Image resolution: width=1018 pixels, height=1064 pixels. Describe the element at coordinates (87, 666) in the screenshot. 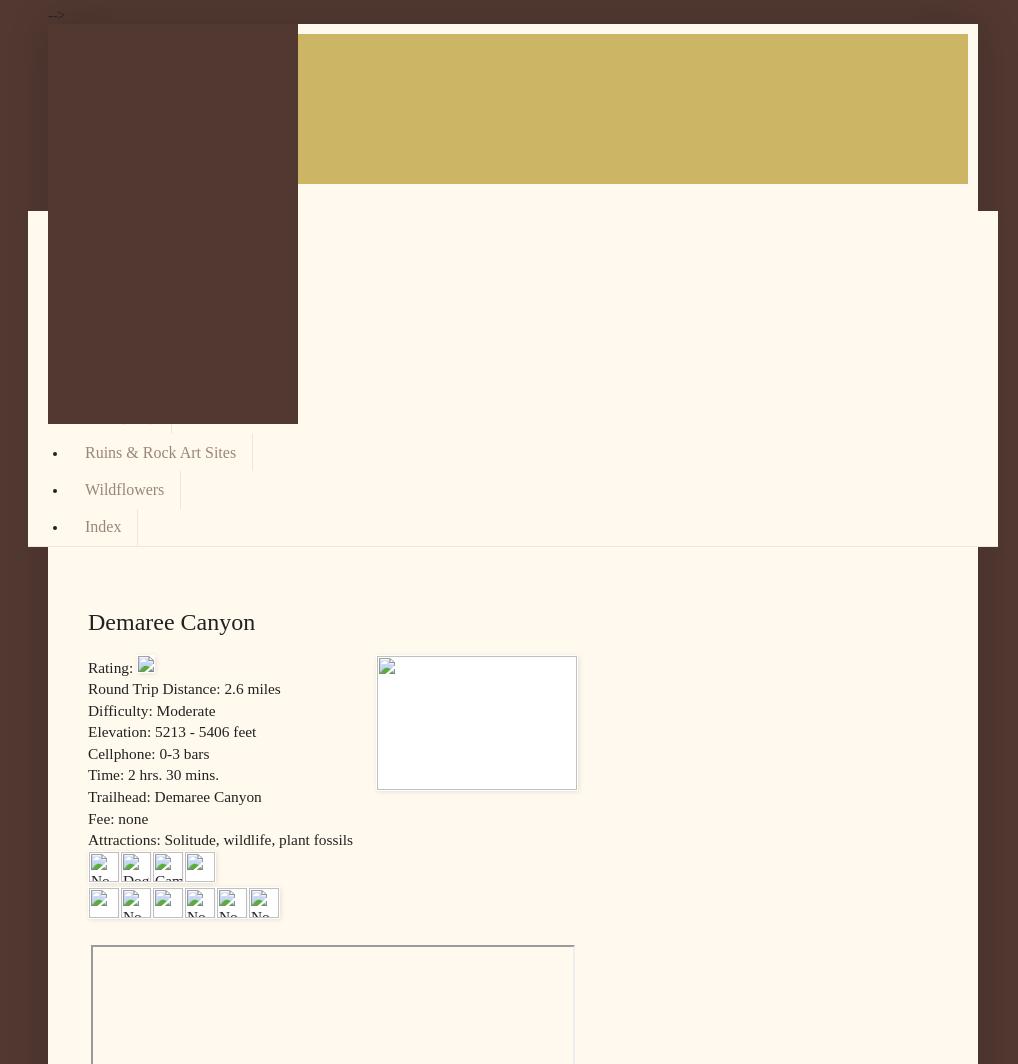

I see `'Rating:'` at that location.